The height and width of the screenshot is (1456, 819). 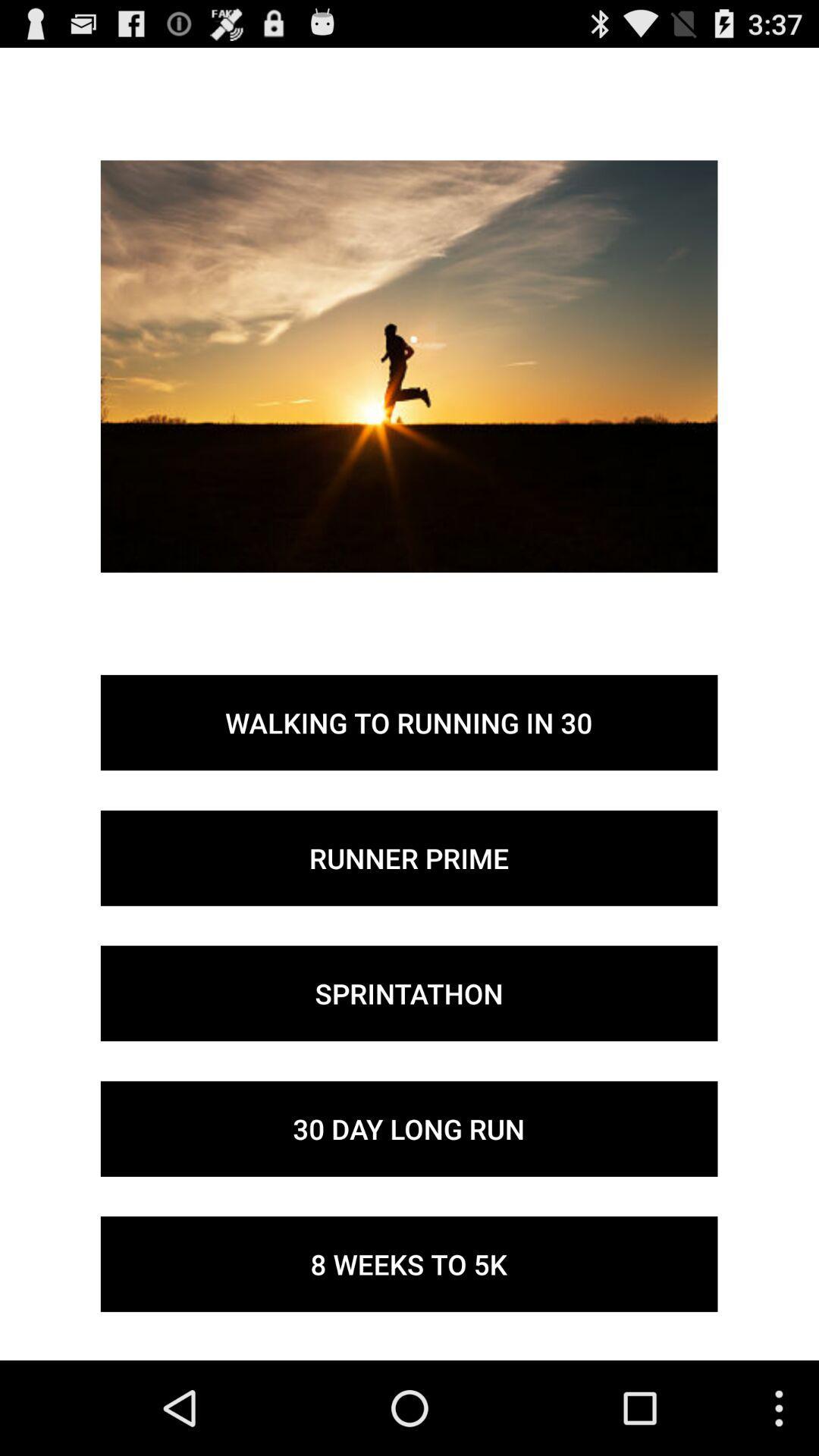 What do you see at coordinates (408, 1128) in the screenshot?
I see `the item below the sprintathon item` at bounding box center [408, 1128].